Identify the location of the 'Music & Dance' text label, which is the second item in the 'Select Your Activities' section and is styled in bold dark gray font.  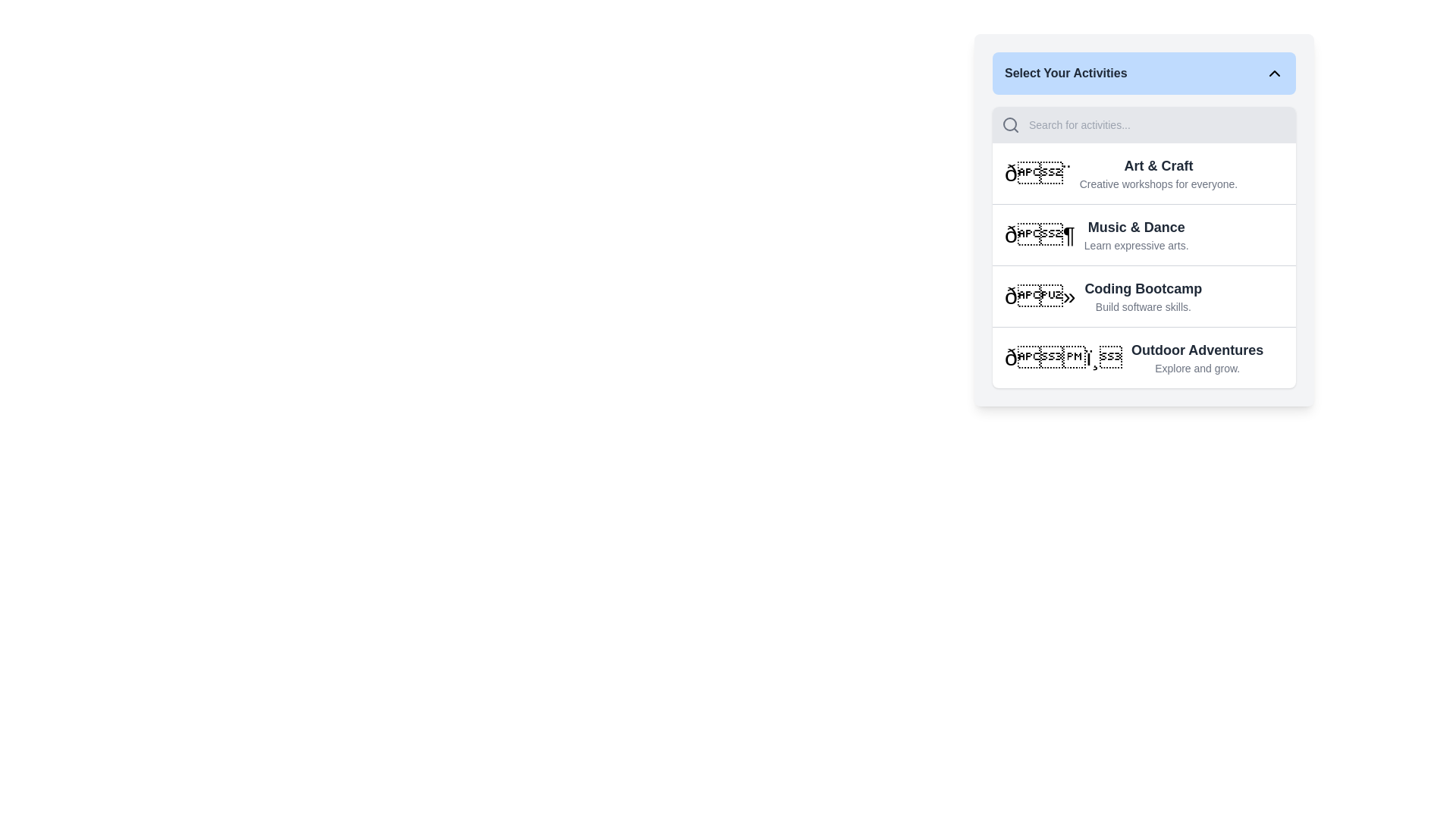
(1136, 227).